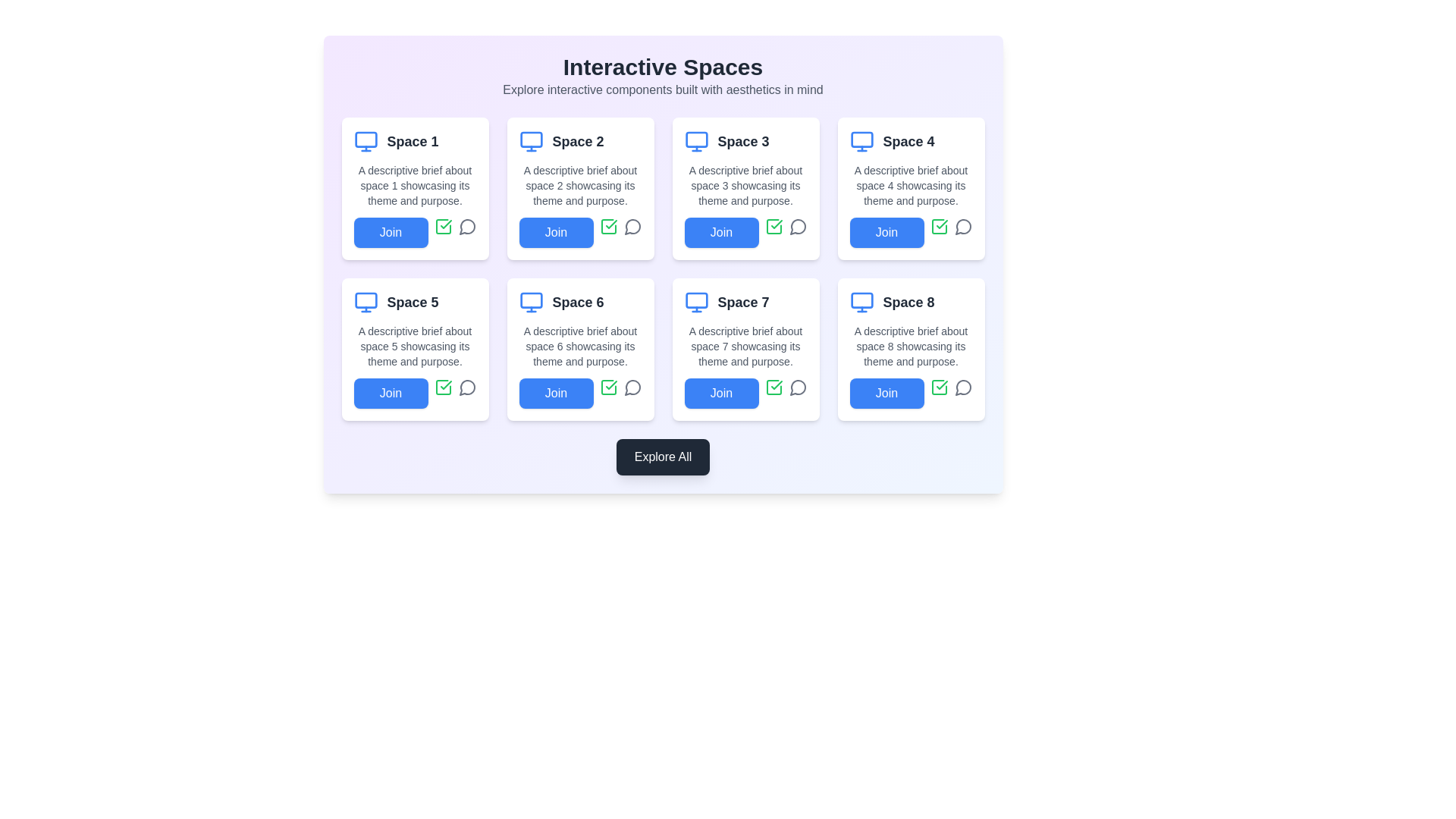 The height and width of the screenshot is (819, 1456). Describe the element at coordinates (938, 227) in the screenshot. I see `the outlined rounded square icon representing a checkmark located in the bottom-right area of the 'Space 4' card` at that location.